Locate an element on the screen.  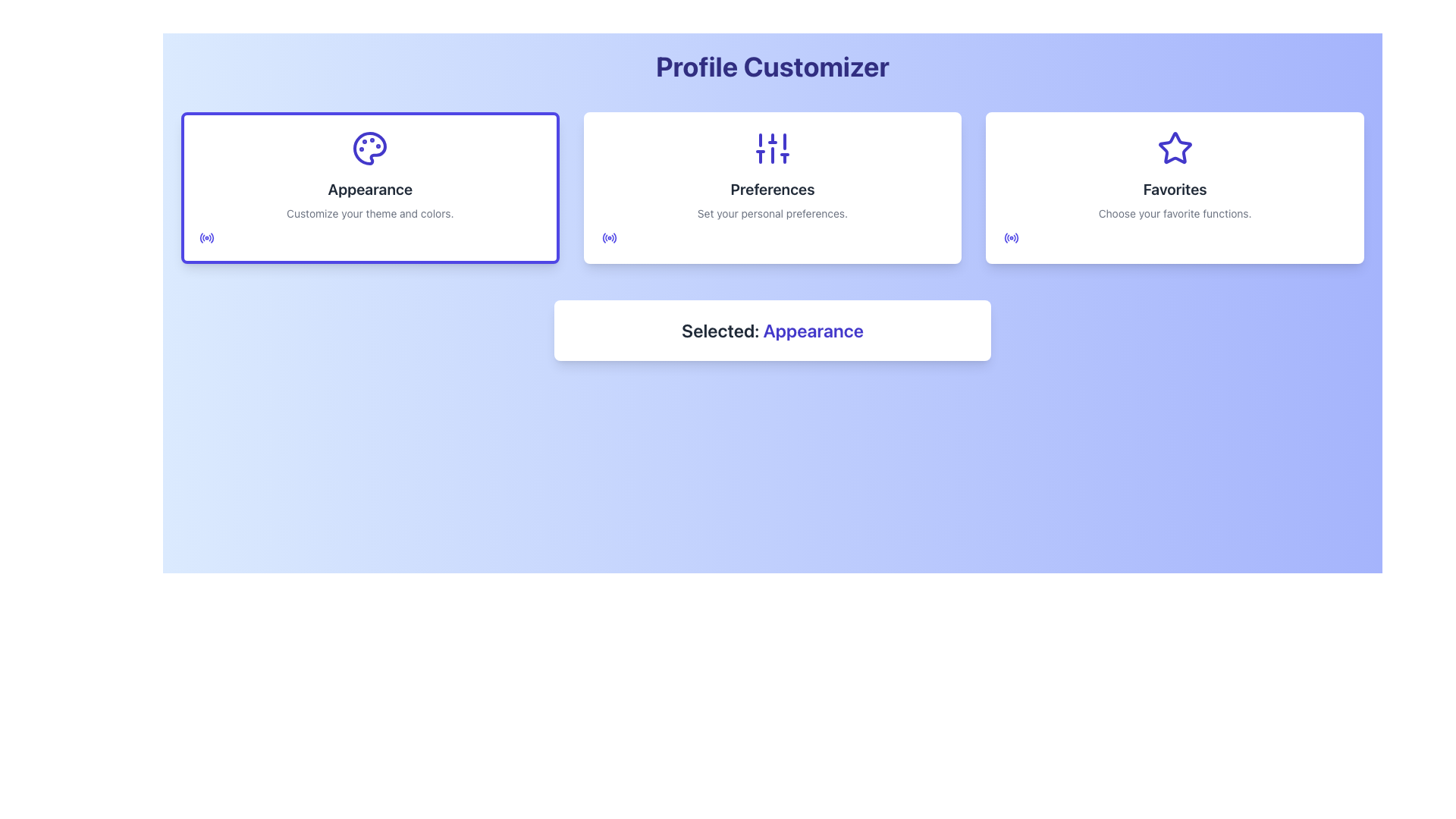
the graphical icon representing the 'Appearance' option, located at the top center of the card labeled 'Appearance' is located at coordinates (370, 149).